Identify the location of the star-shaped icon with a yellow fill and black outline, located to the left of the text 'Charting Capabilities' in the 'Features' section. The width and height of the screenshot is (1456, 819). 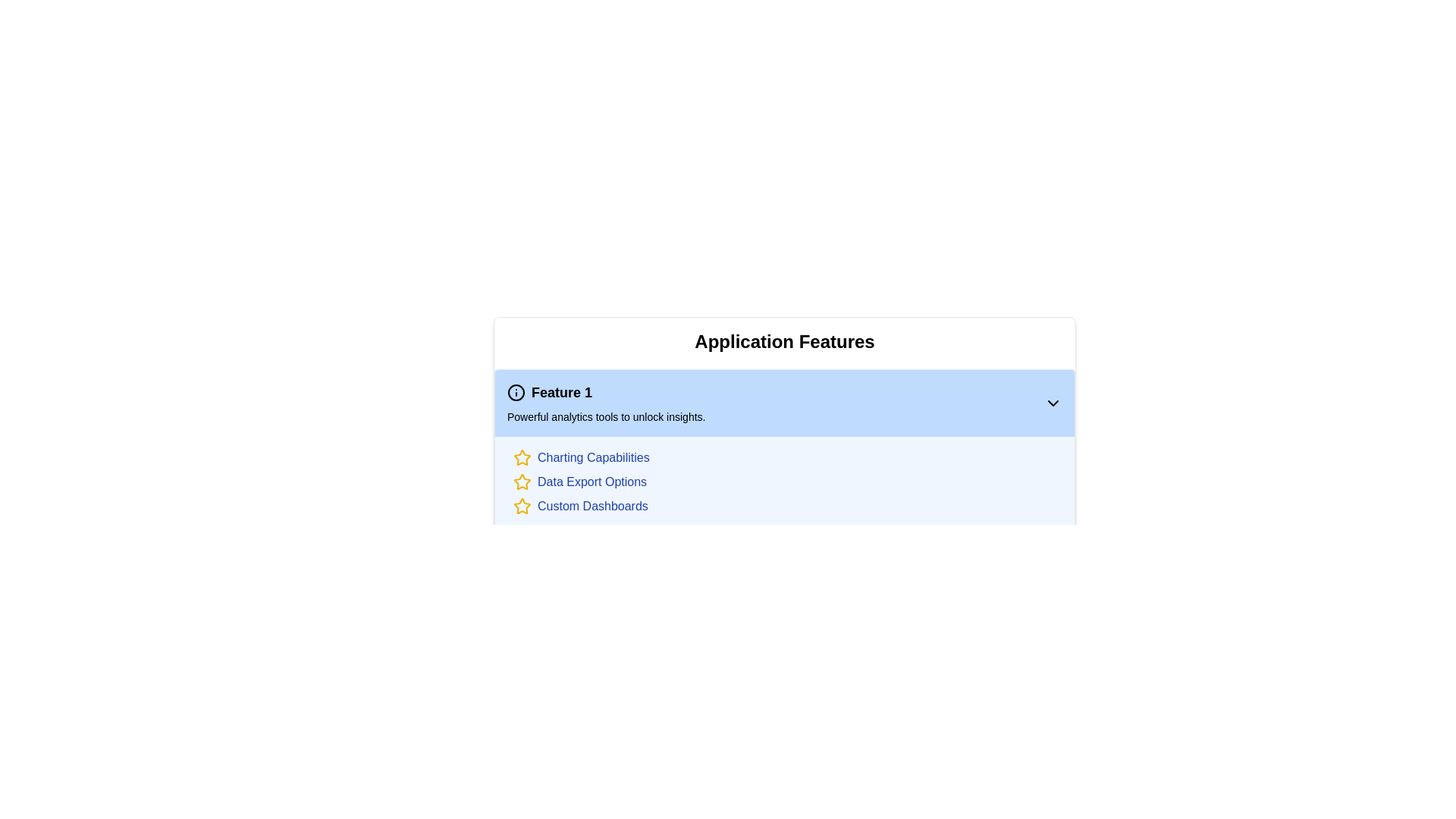
(522, 457).